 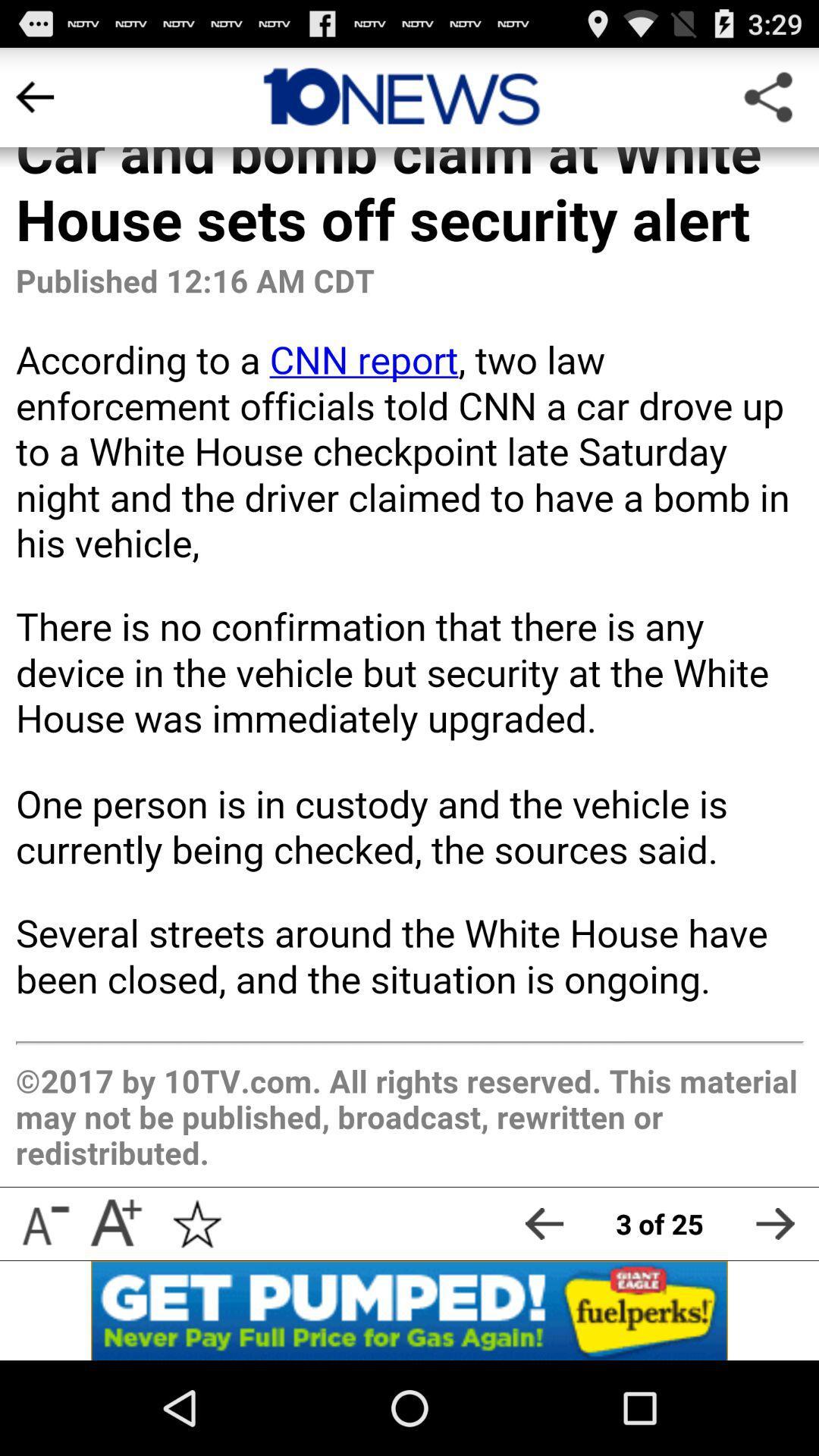 I want to click on the font icon, so click(x=115, y=1309).